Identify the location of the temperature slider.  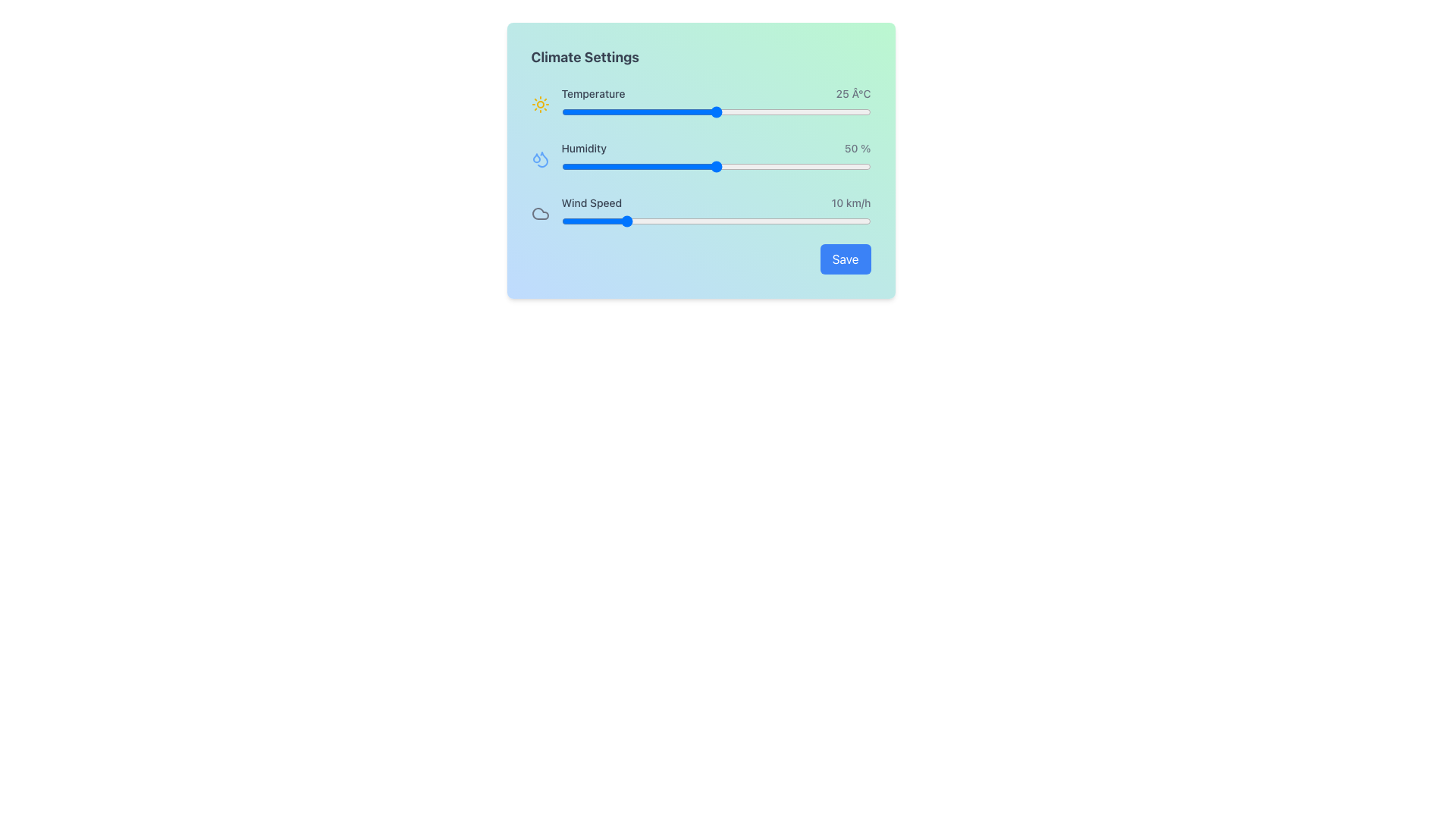
(648, 111).